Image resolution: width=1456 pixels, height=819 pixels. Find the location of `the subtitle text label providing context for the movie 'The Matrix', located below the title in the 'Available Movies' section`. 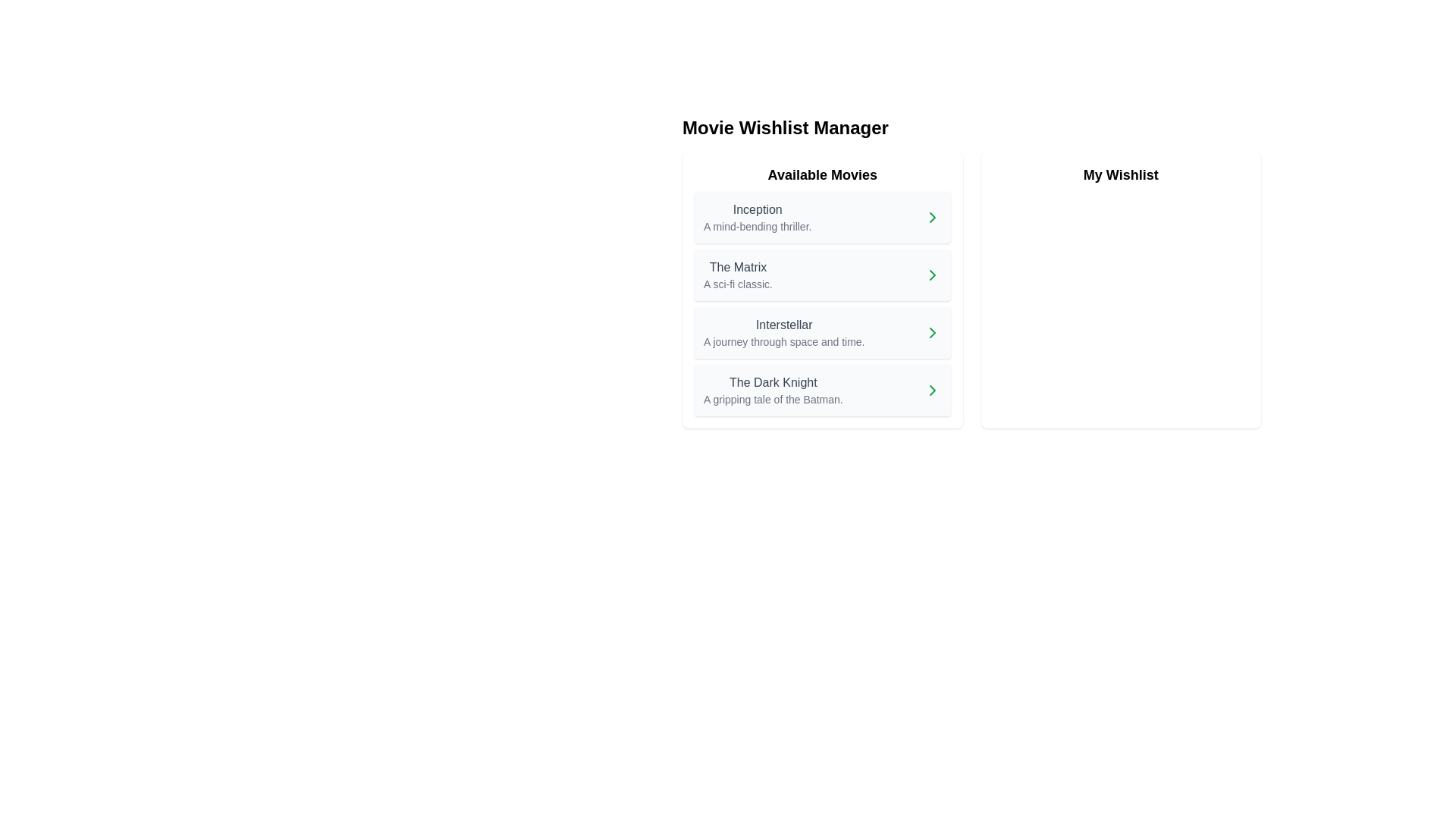

the subtitle text label providing context for the movie 'The Matrix', located below the title in the 'Available Movies' section is located at coordinates (738, 284).